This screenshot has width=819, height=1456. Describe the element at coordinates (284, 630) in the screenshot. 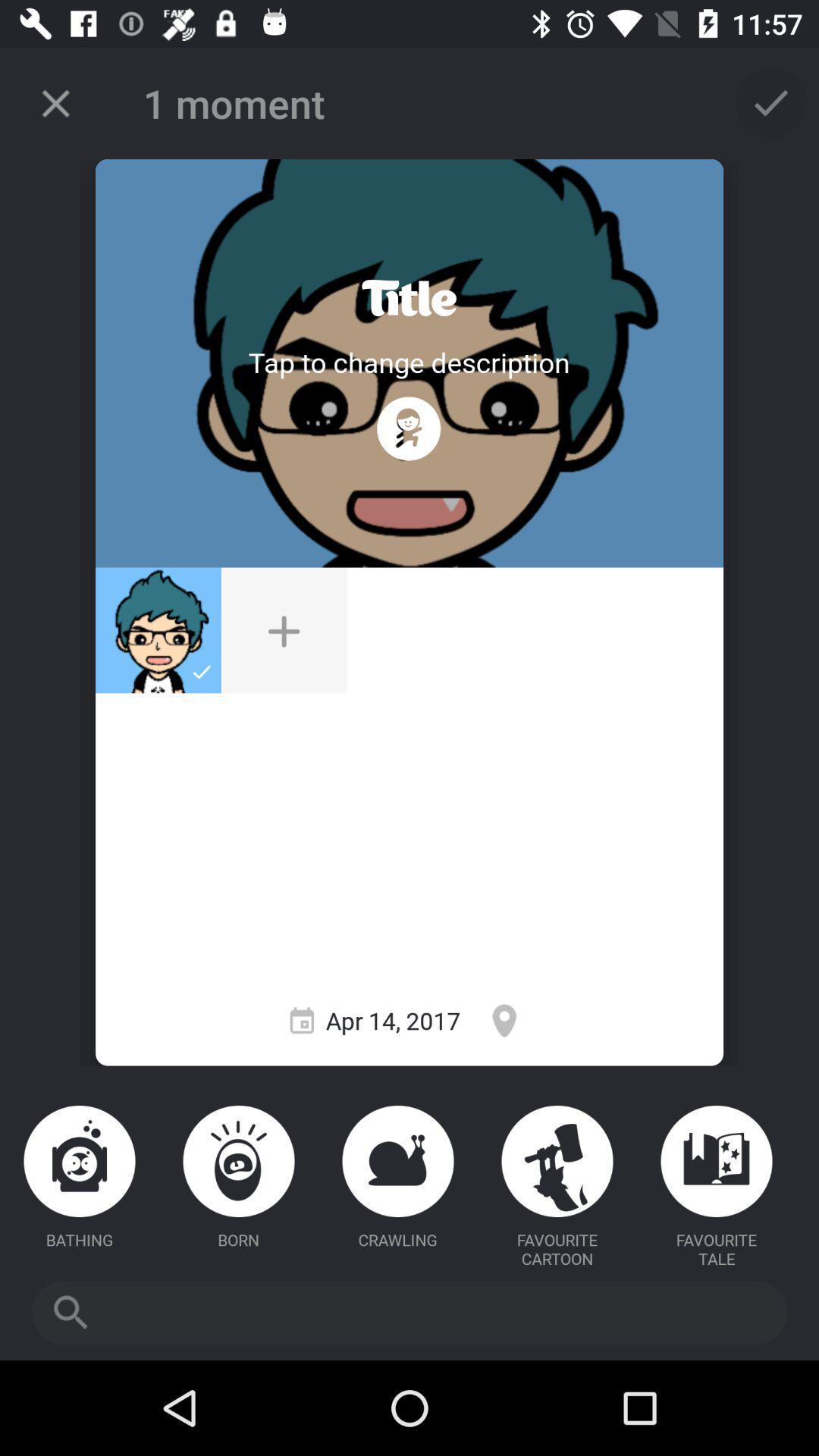

I see `the item above apr 14, 2017 icon` at that location.